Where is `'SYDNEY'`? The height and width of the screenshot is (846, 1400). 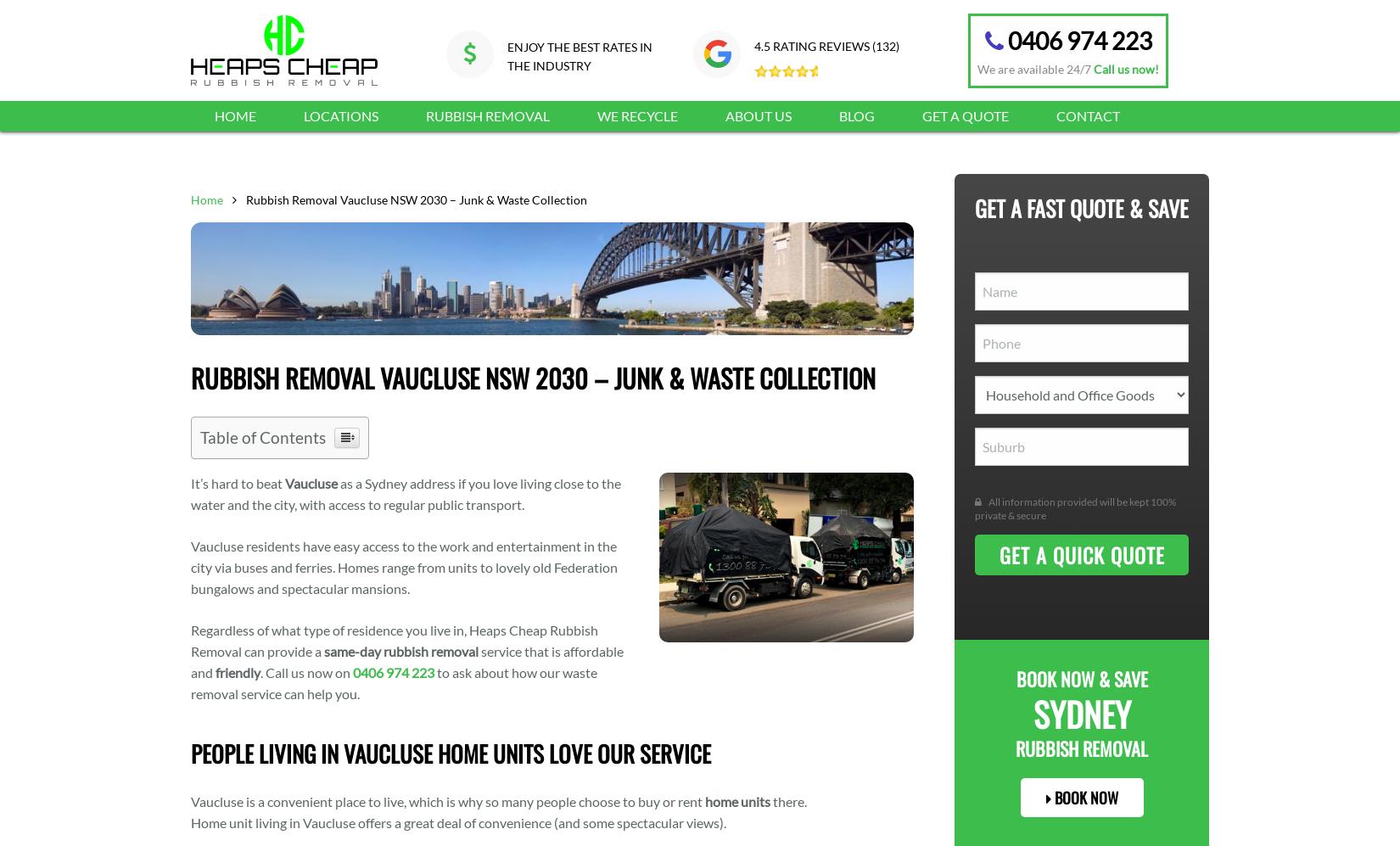 'SYDNEY' is located at coordinates (1080, 712).